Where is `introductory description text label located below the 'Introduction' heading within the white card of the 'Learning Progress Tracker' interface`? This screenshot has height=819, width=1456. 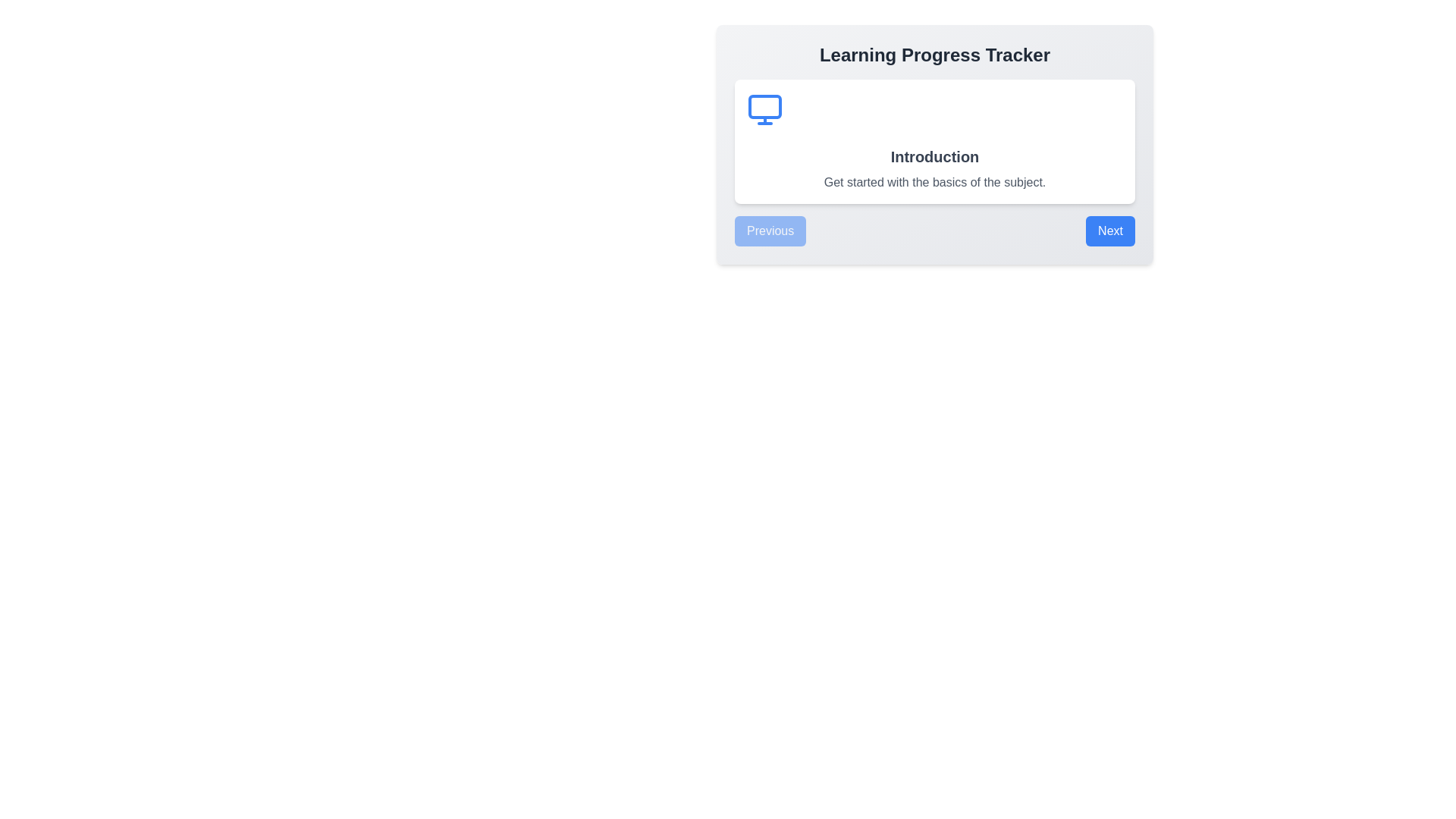 introductory description text label located below the 'Introduction' heading within the white card of the 'Learning Progress Tracker' interface is located at coordinates (934, 181).